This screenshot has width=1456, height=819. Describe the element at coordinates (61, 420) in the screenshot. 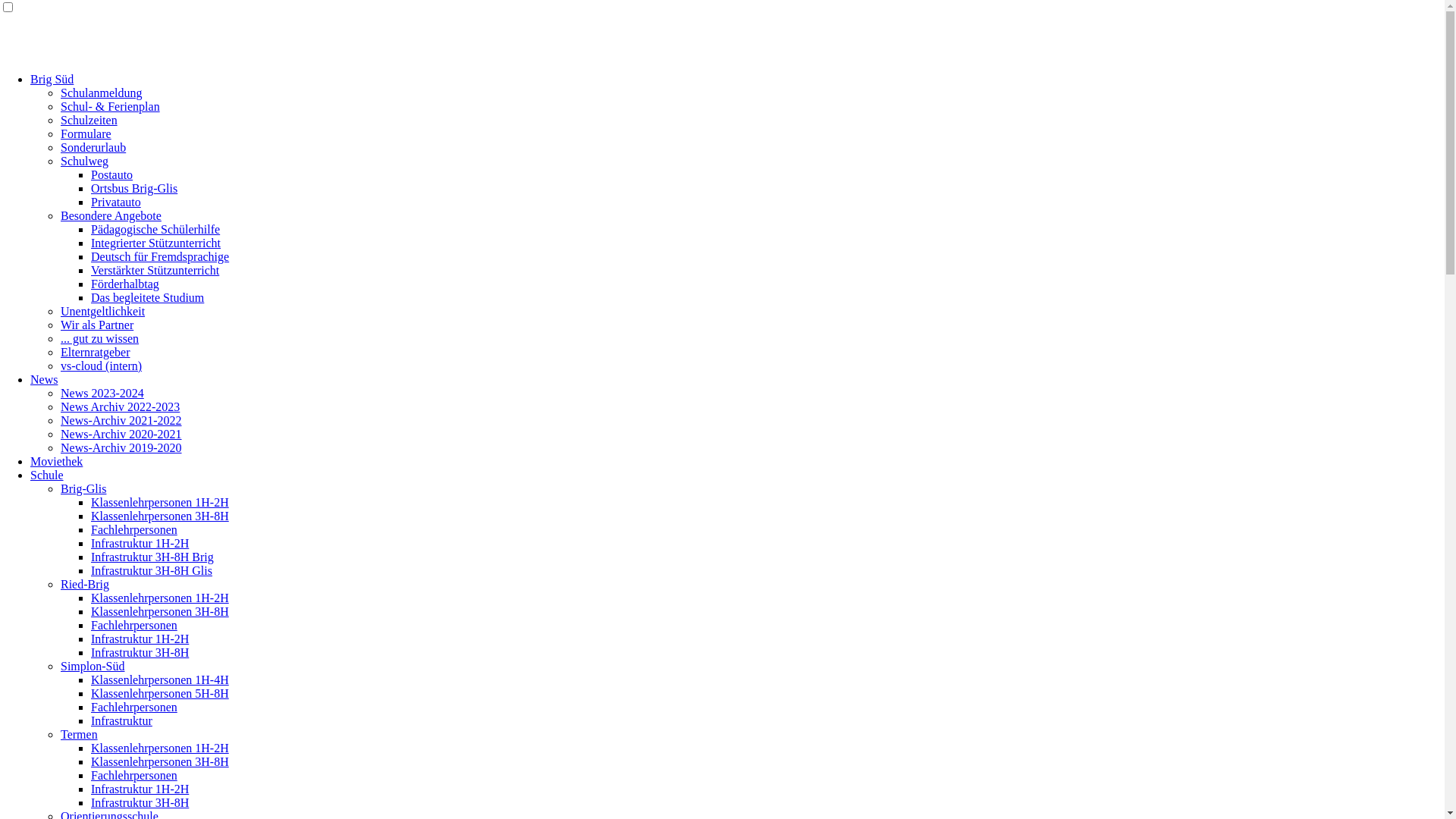

I see `'News-Archiv 2021-2022'` at that location.